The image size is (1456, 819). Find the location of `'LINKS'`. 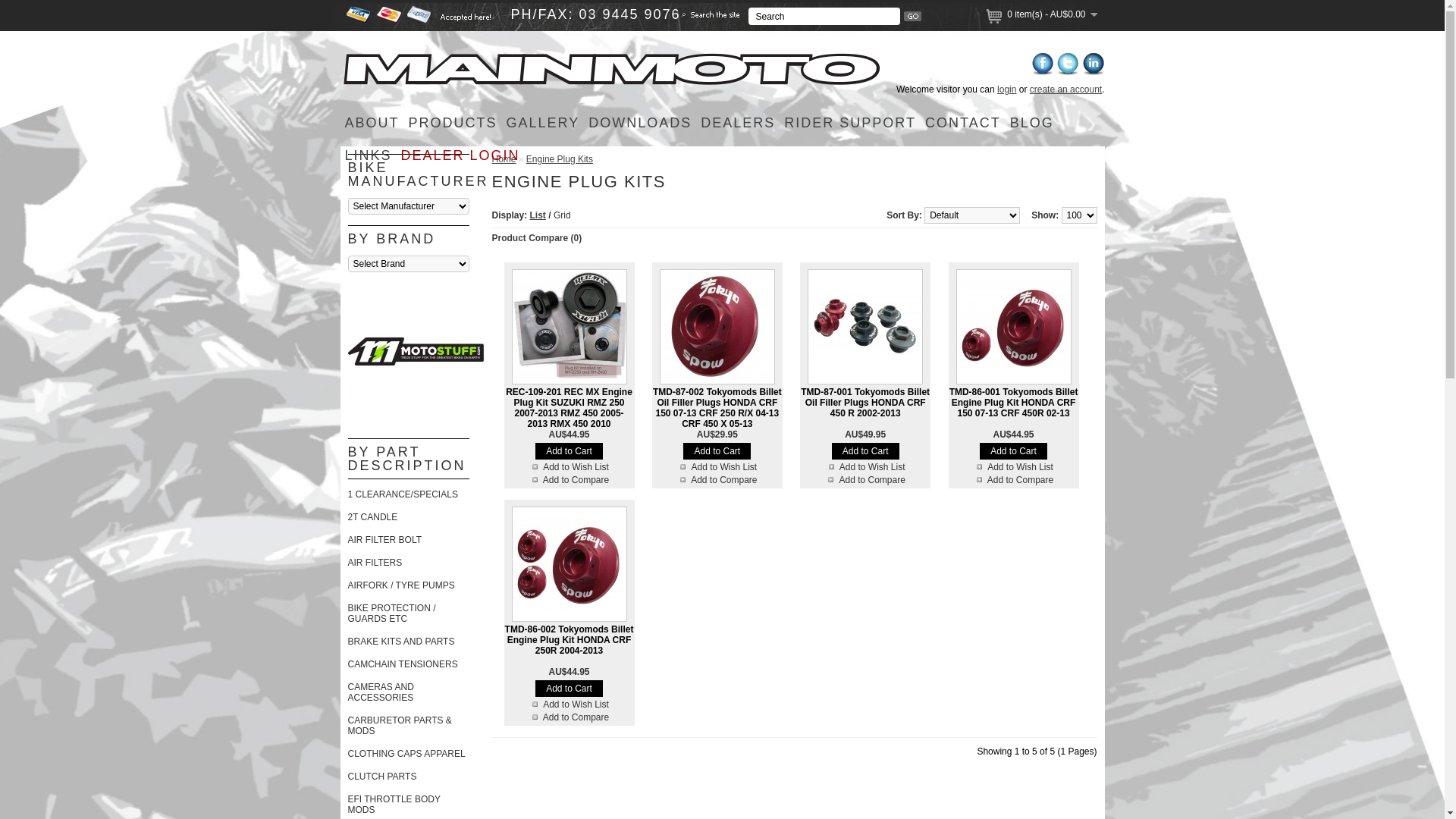

'LINKS' is located at coordinates (367, 155).